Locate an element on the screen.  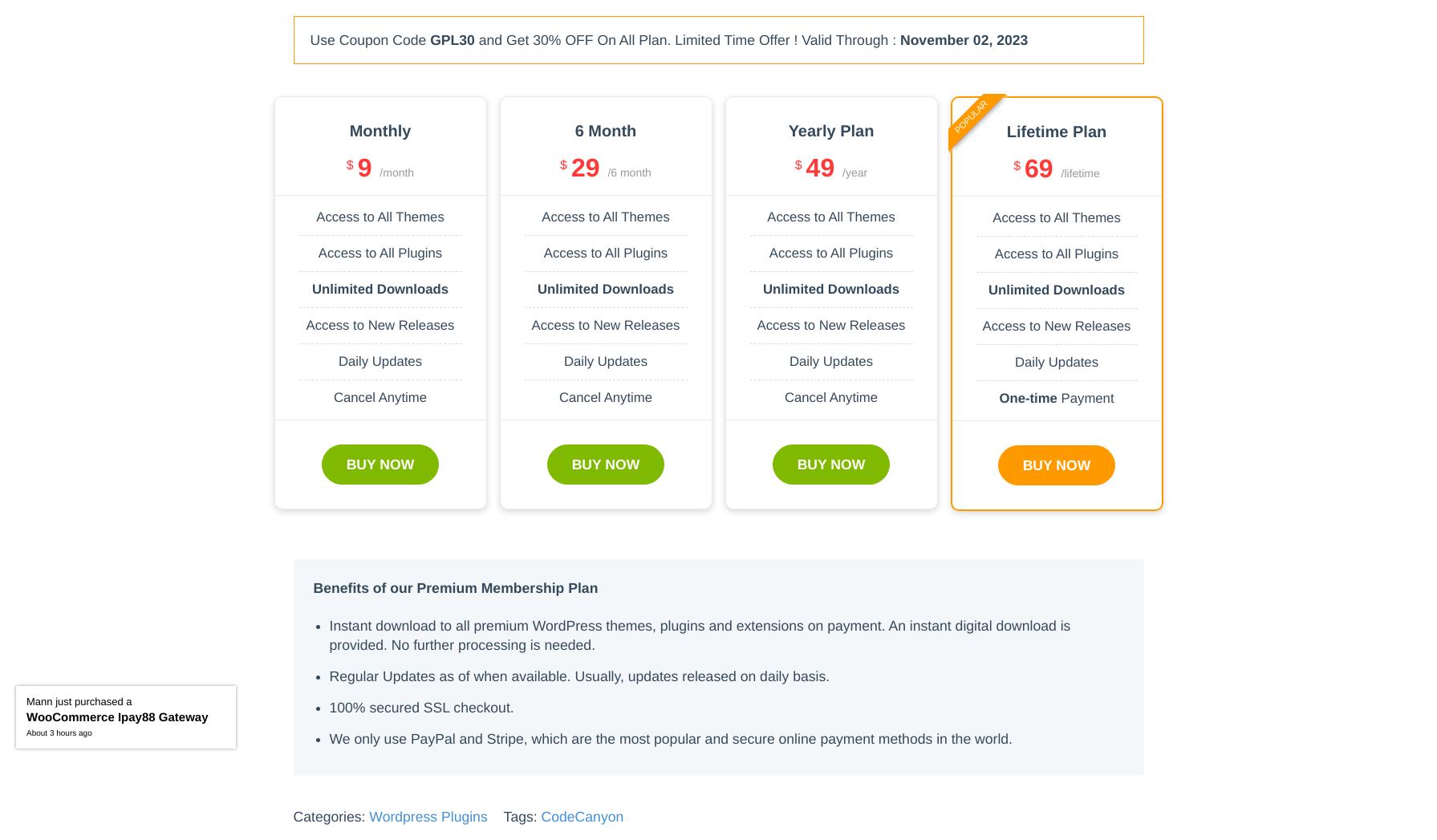
'Instant download to all premium WordPress themes, plugins and extensions on payment. An instant digital download is provided. No further processing is needed.' is located at coordinates (328, 634).